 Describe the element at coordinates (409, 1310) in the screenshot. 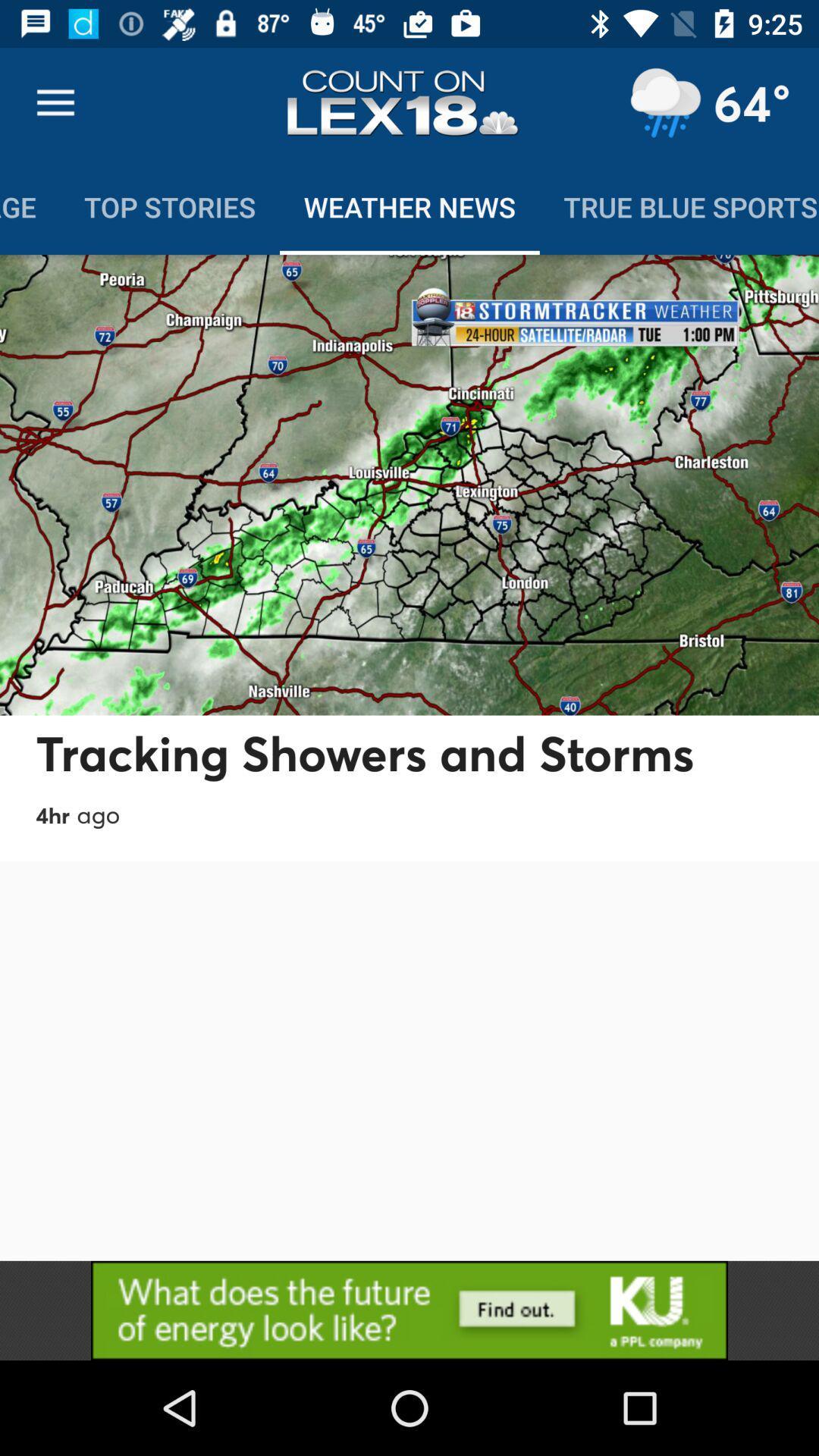

I see `advertisement 's website` at that location.